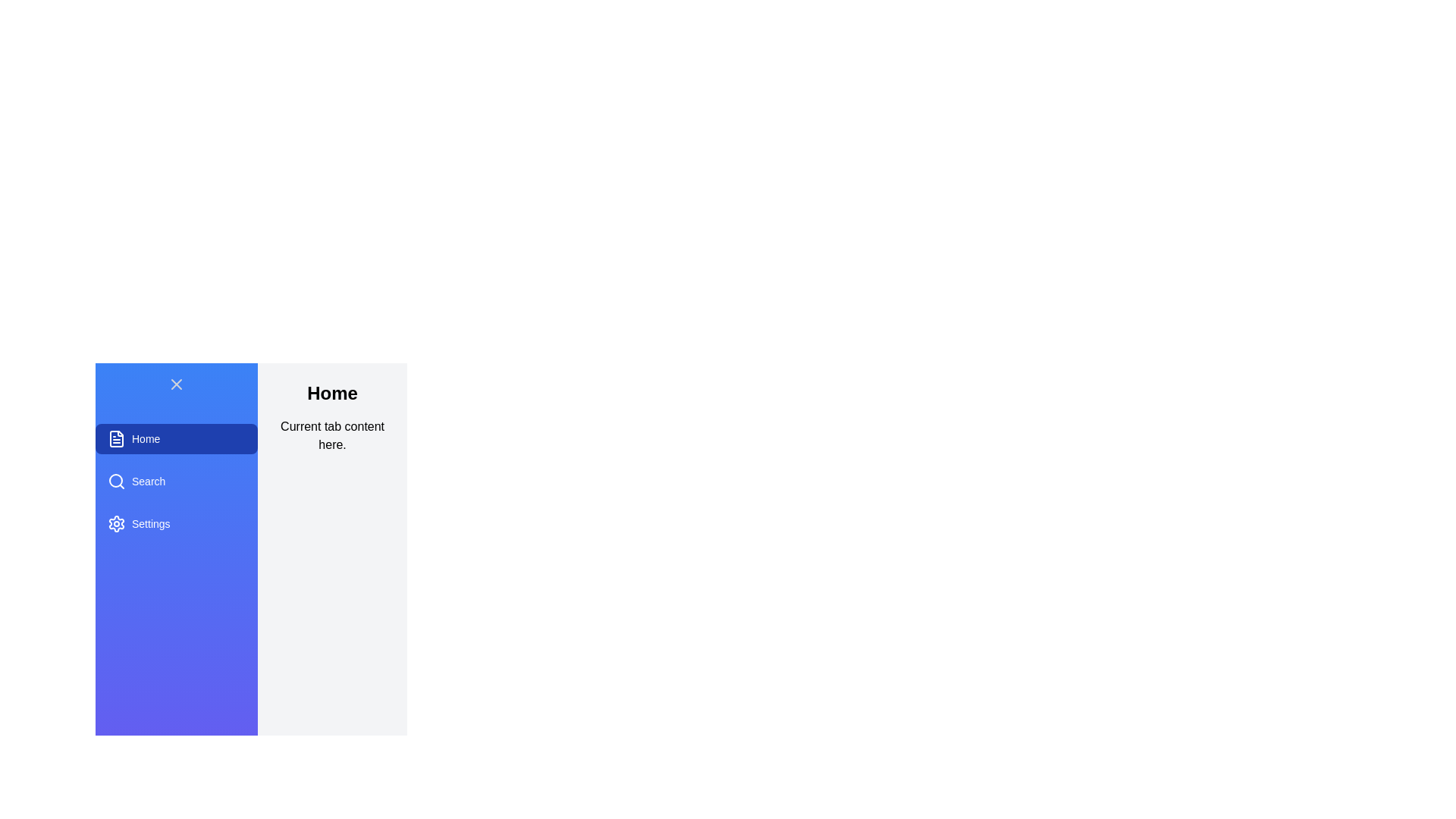 Image resolution: width=1456 pixels, height=819 pixels. What do you see at coordinates (177, 522) in the screenshot?
I see `the tab labeled Settings to observe the hover effect` at bounding box center [177, 522].